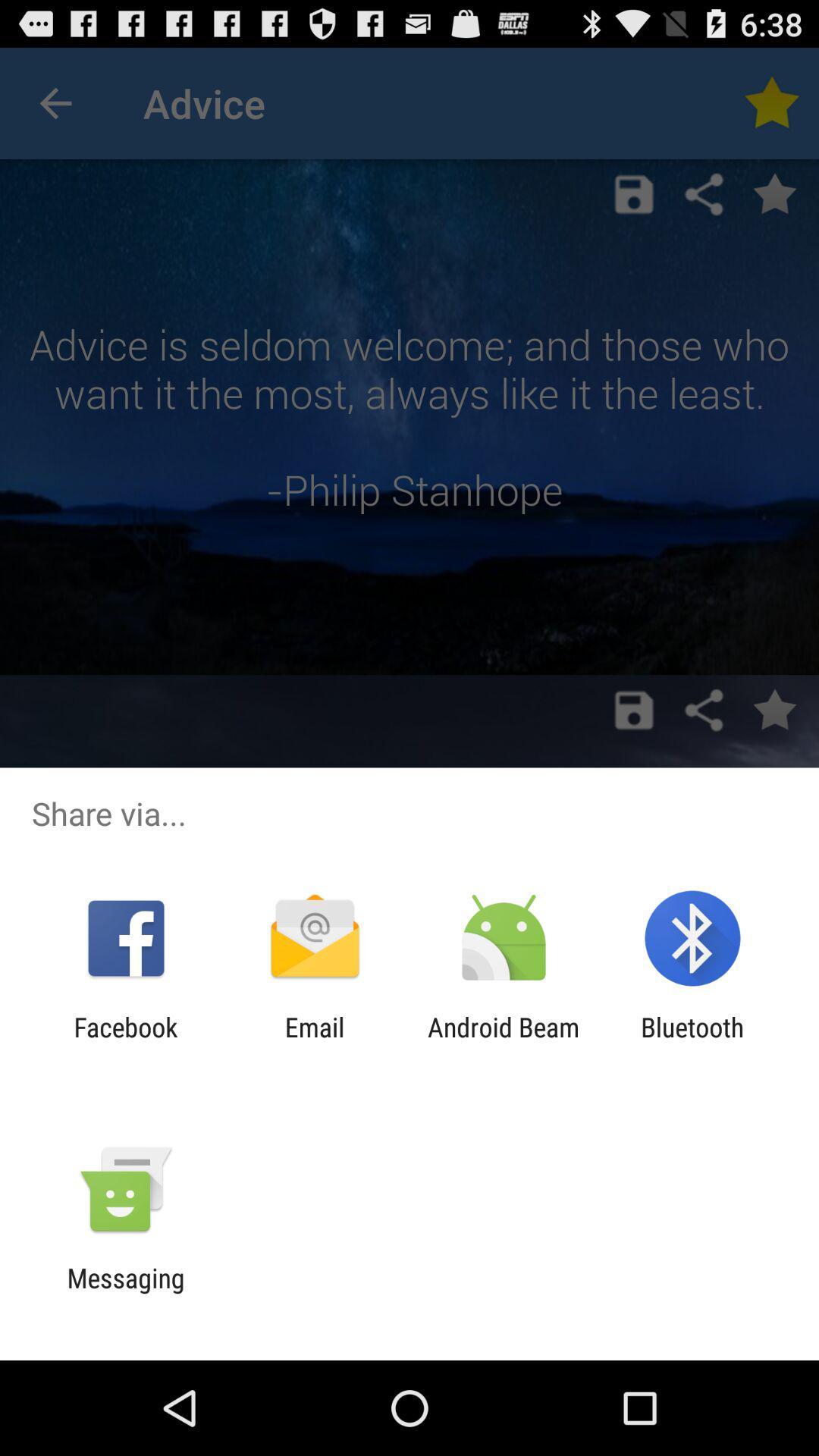 The height and width of the screenshot is (1456, 819). Describe the element at coordinates (125, 1042) in the screenshot. I see `the item next to the email app` at that location.